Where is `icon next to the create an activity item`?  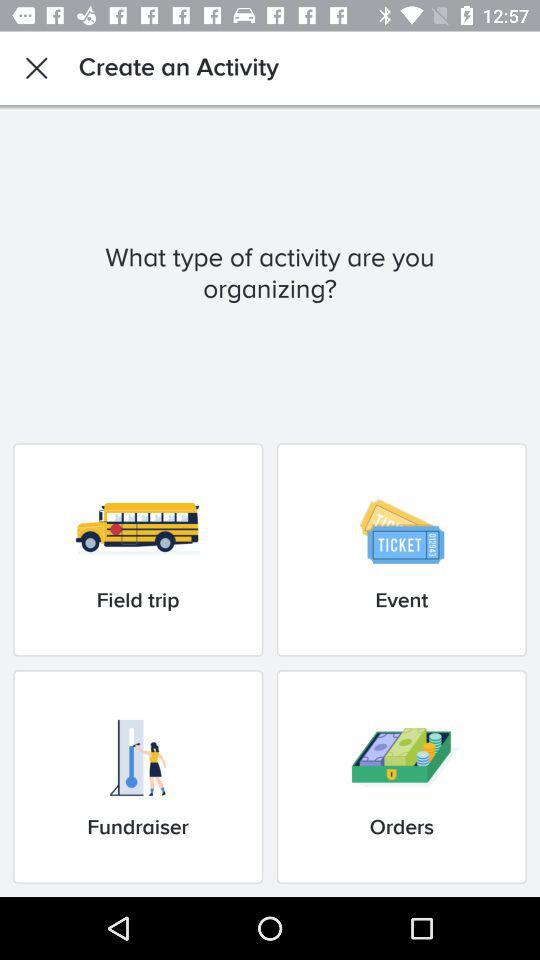 icon next to the create an activity item is located at coordinates (36, 68).